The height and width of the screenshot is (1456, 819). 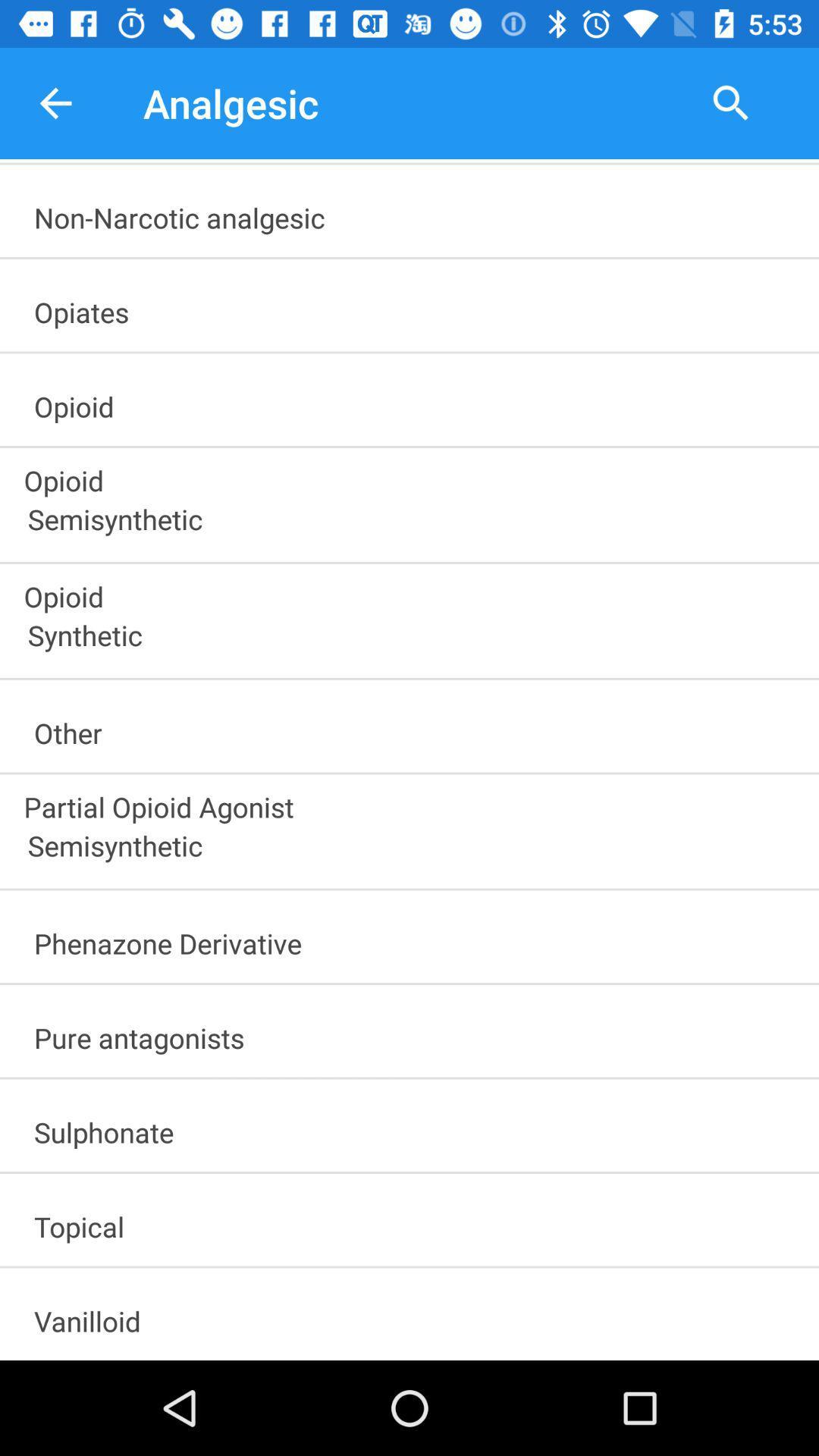 What do you see at coordinates (416, 306) in the screenshot?
I see `the item below non-narcotic analgesic icon` at bounding box center [416, 306].